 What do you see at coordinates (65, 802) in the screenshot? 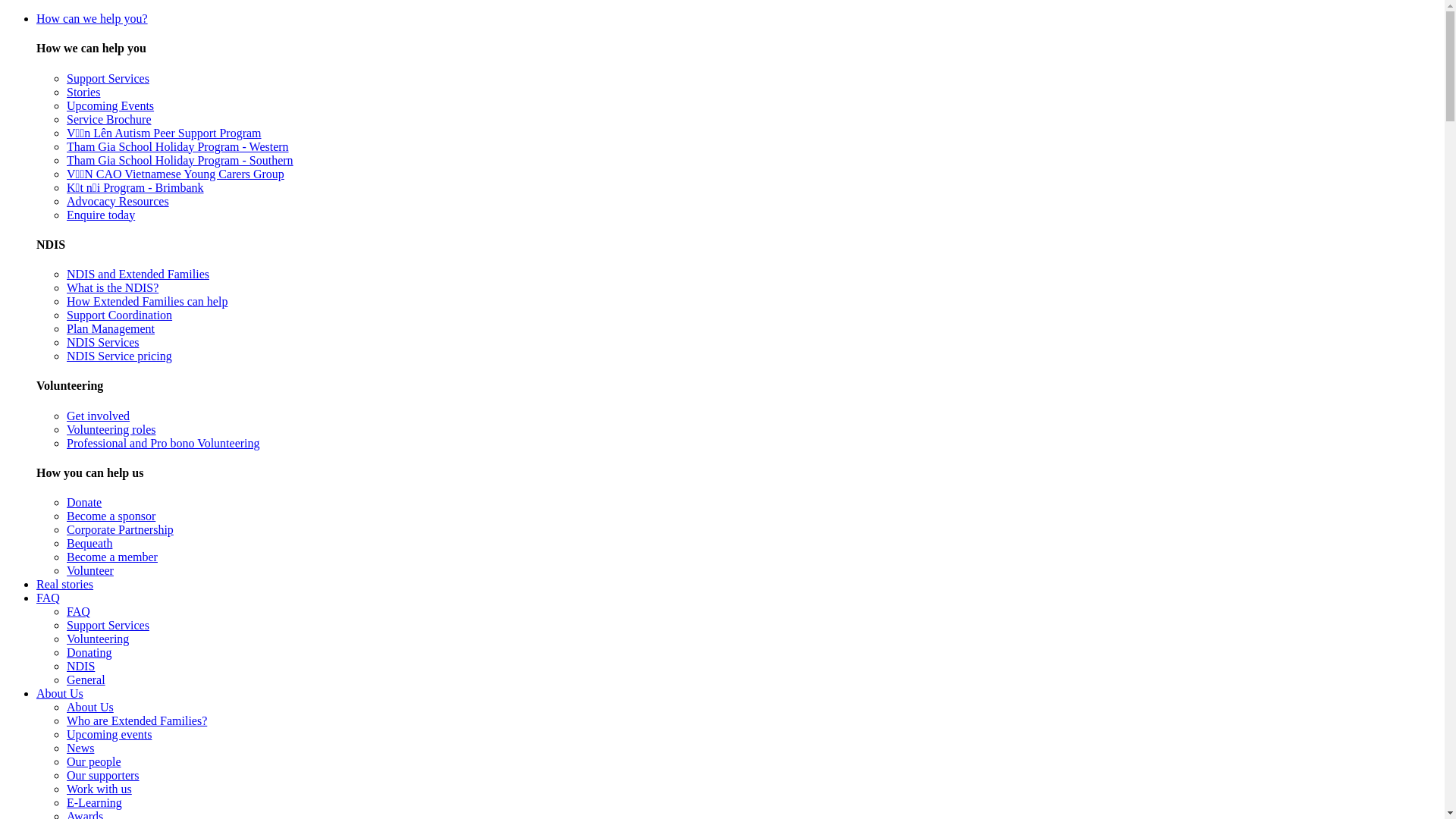
I see `'E-Learning'` at bounding box center [65, 802].